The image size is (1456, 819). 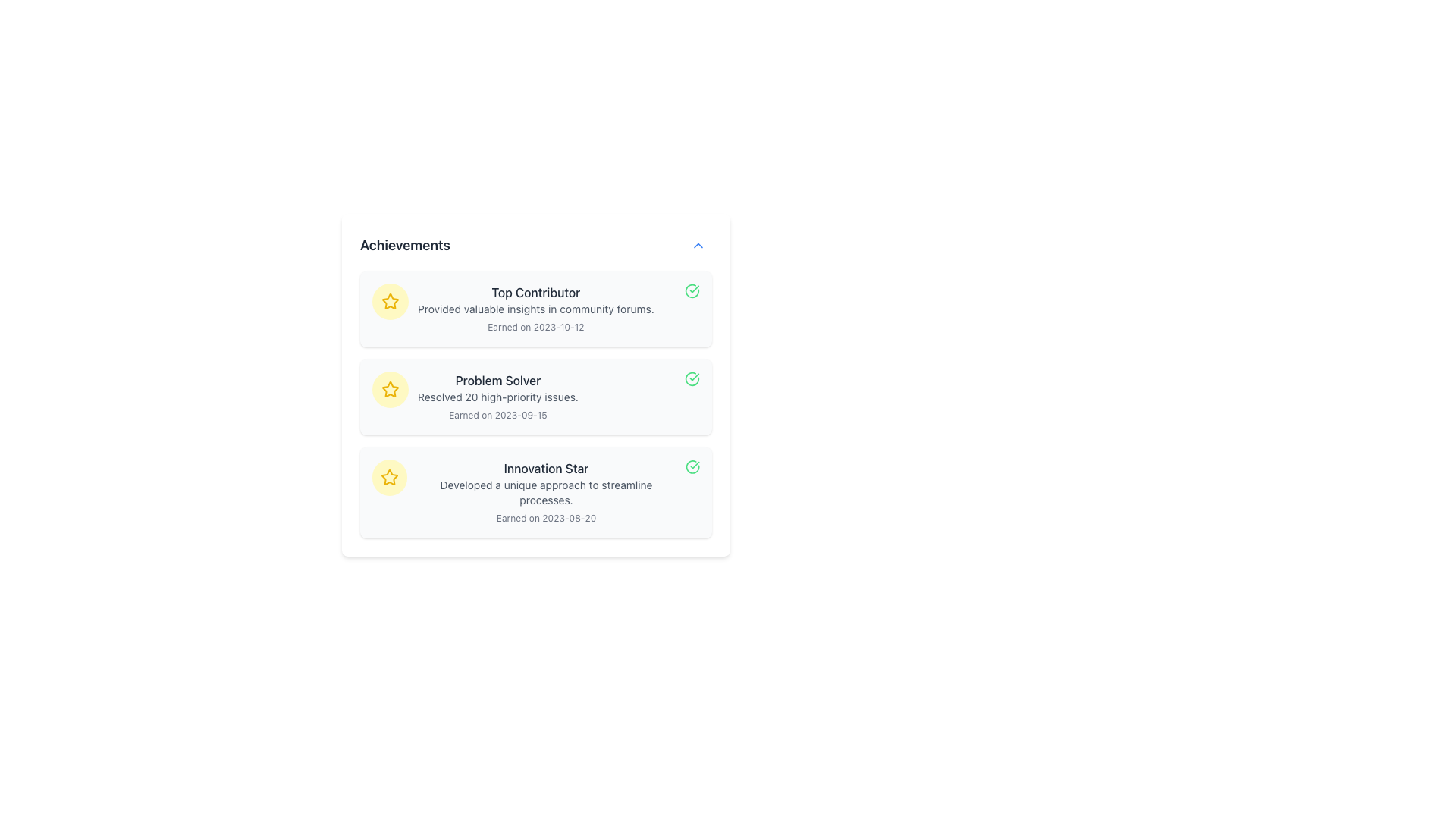 I want to click on the text label that reads 'Earned on 2023-08-20', which is styled in a small gray font and located in the bottom-right area of the information card, so click(x=546, y=517).